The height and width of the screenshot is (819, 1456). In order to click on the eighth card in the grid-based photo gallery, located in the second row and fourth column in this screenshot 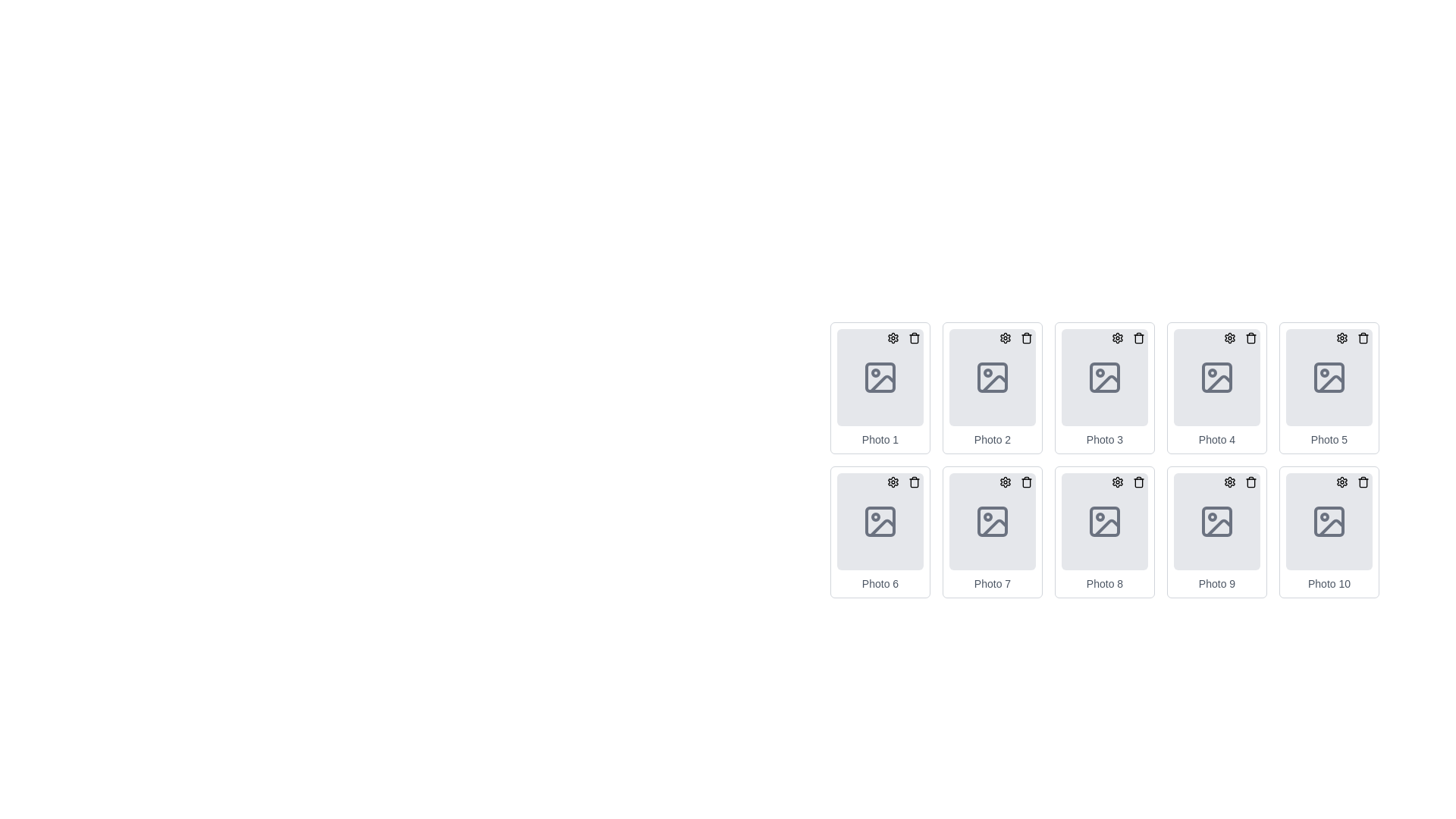, I will do `click(1105, 532)`.